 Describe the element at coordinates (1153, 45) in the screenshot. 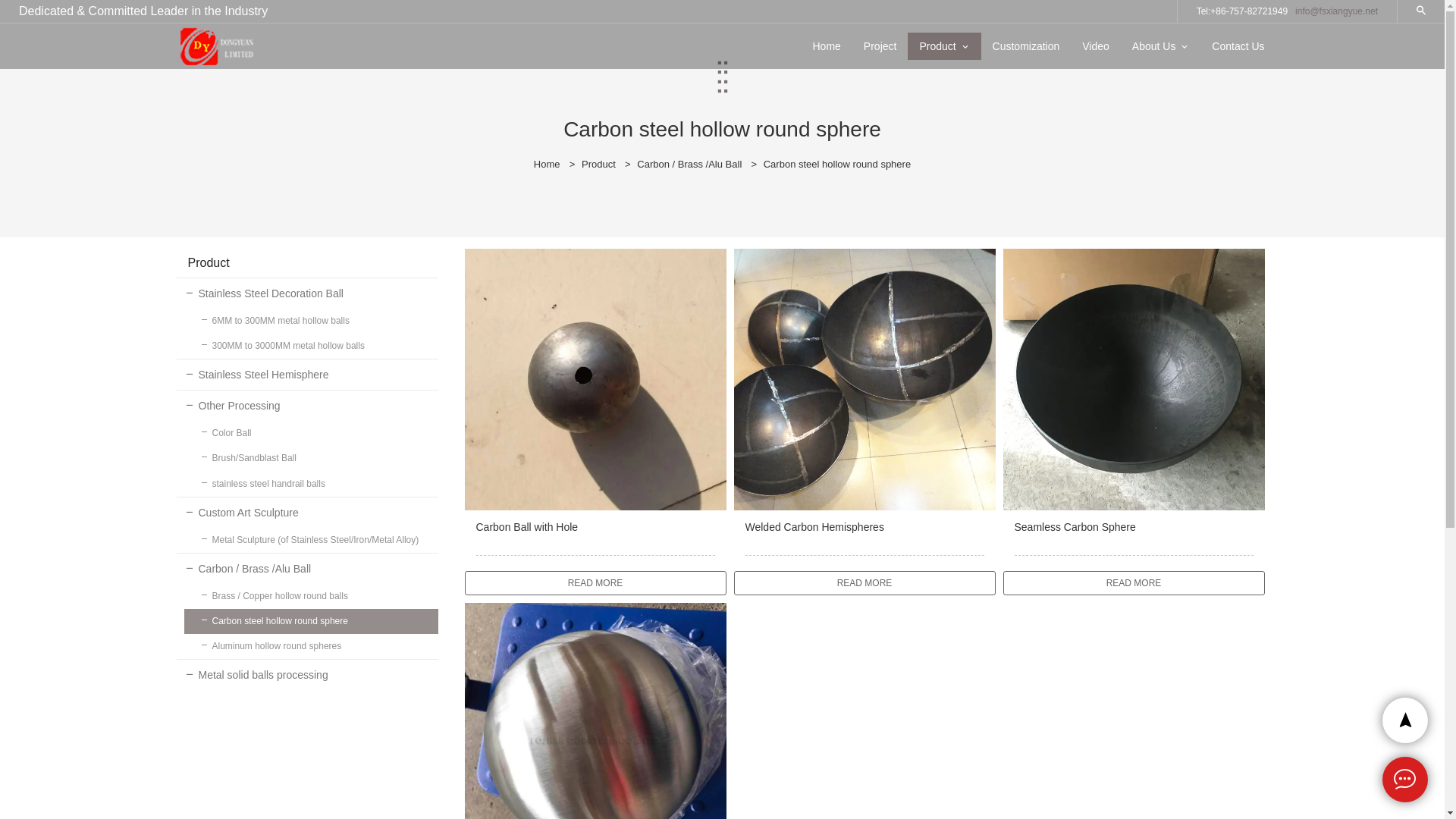

I see `'About Us'` at that location.